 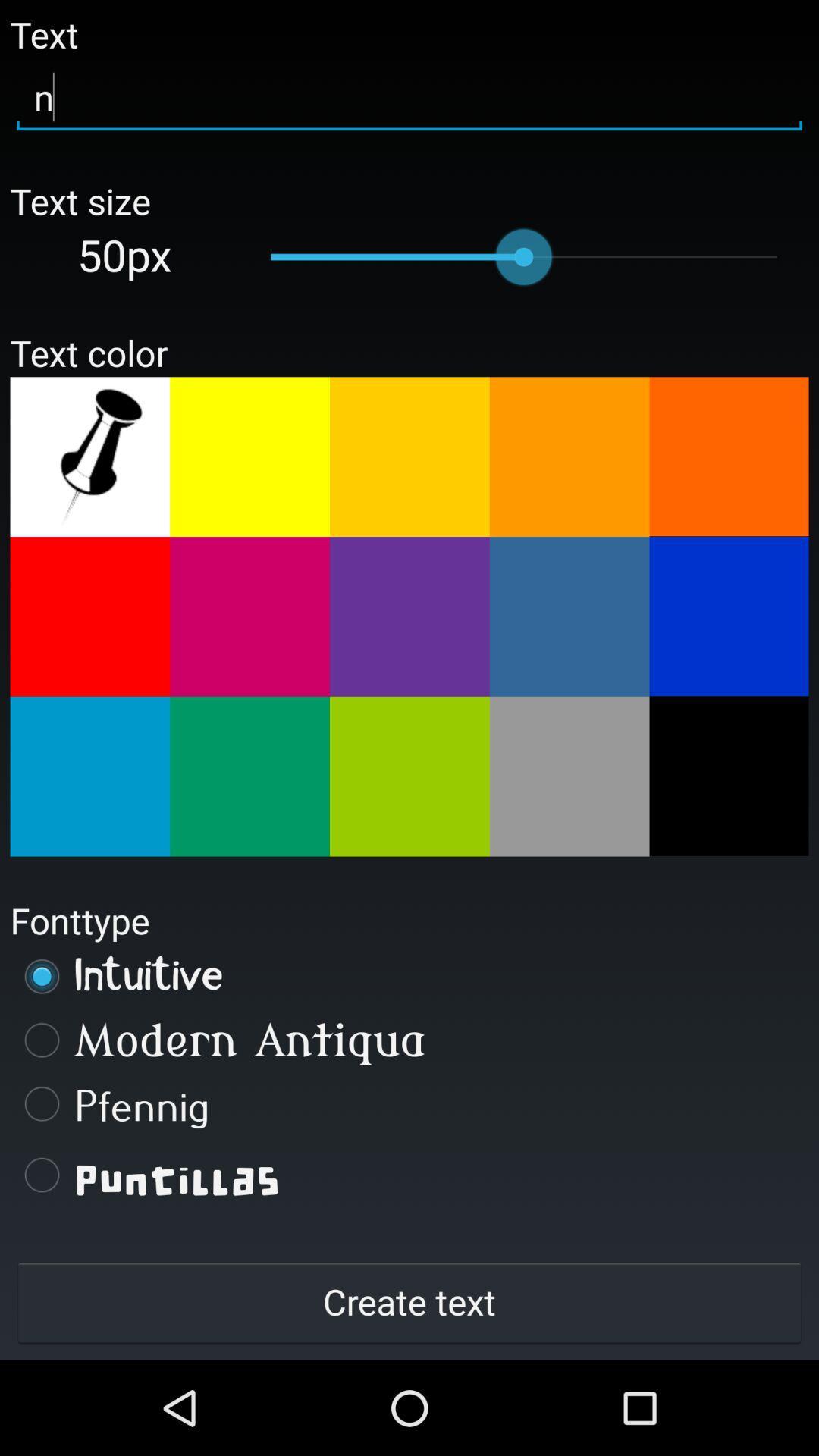 What do you see at coordinates (89, 777) in the screenshot?
I see `cyan for text color` at bounding box center [89, 777].